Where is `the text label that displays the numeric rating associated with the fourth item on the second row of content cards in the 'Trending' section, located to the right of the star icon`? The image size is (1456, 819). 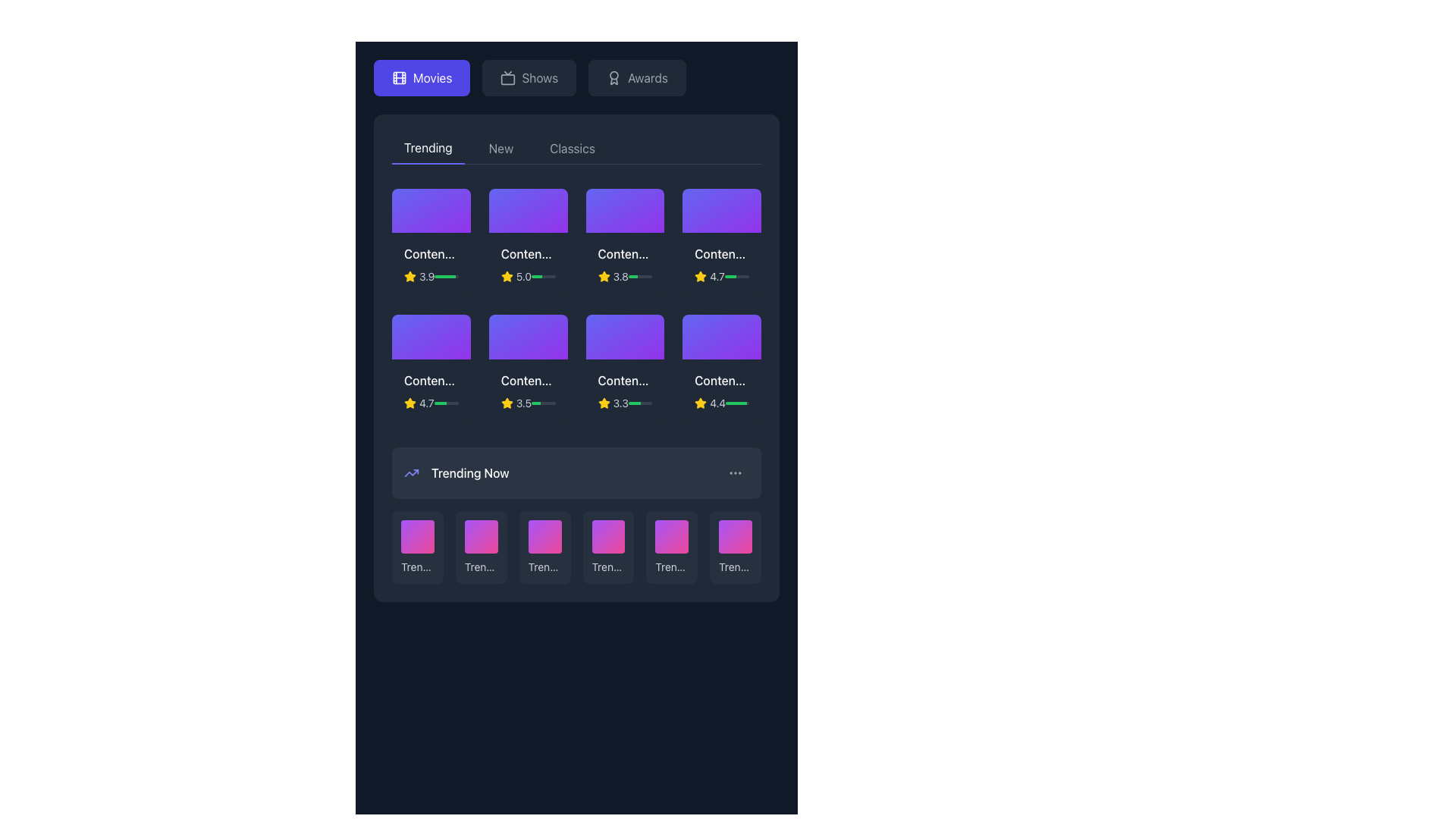
the text label that displays the numeric rating associated with the fourth item on the second row of content cards in the 'Trending' section, located to the right of the star icon is located at coordinates (620, 402).